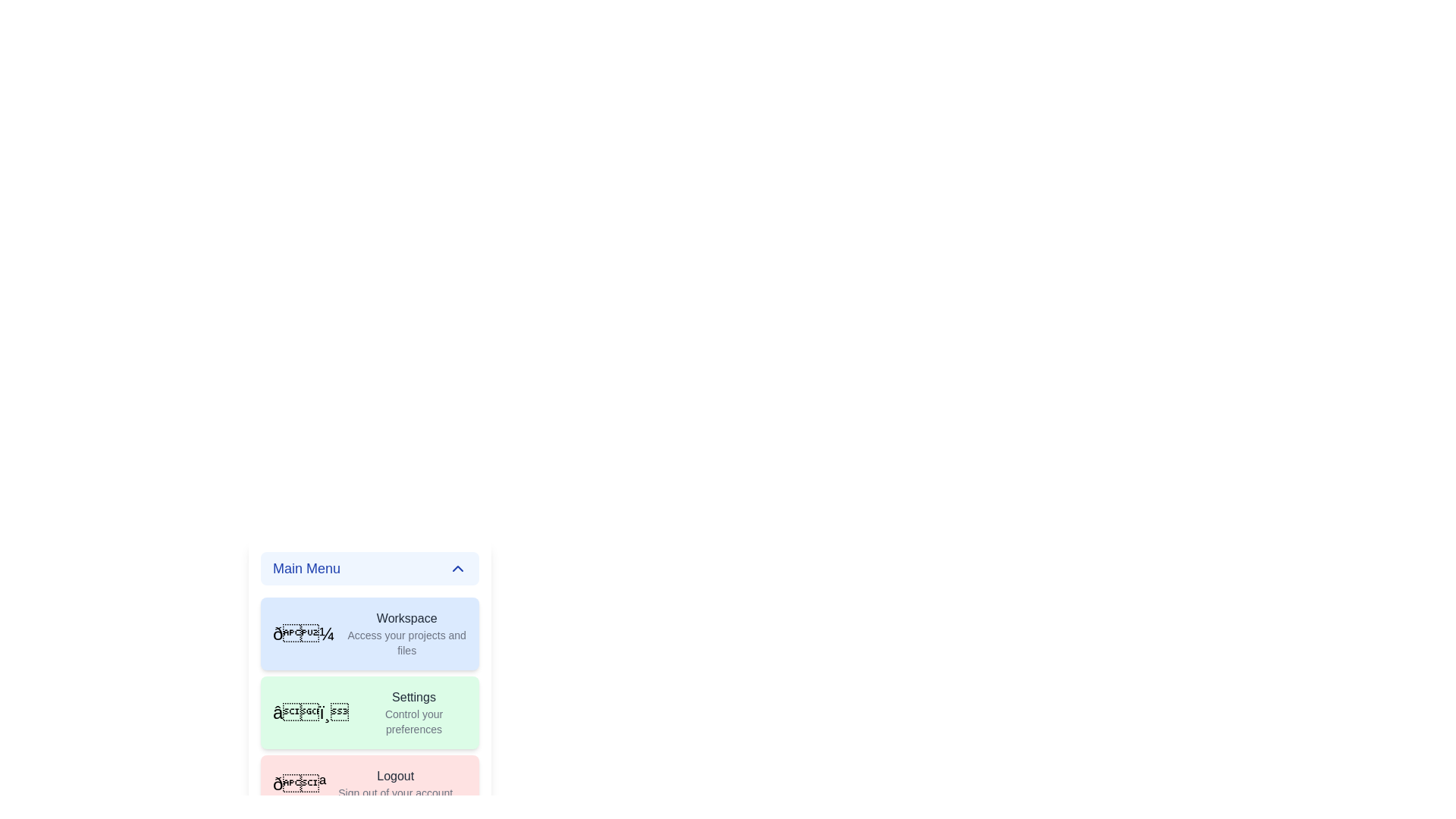  I want to click on the chevron-shaped upward arrow icon located to the right of the 'Main Menu' text label in the top section of the menu interface to trigger a tooltip or visual effect, so click(457, 568).